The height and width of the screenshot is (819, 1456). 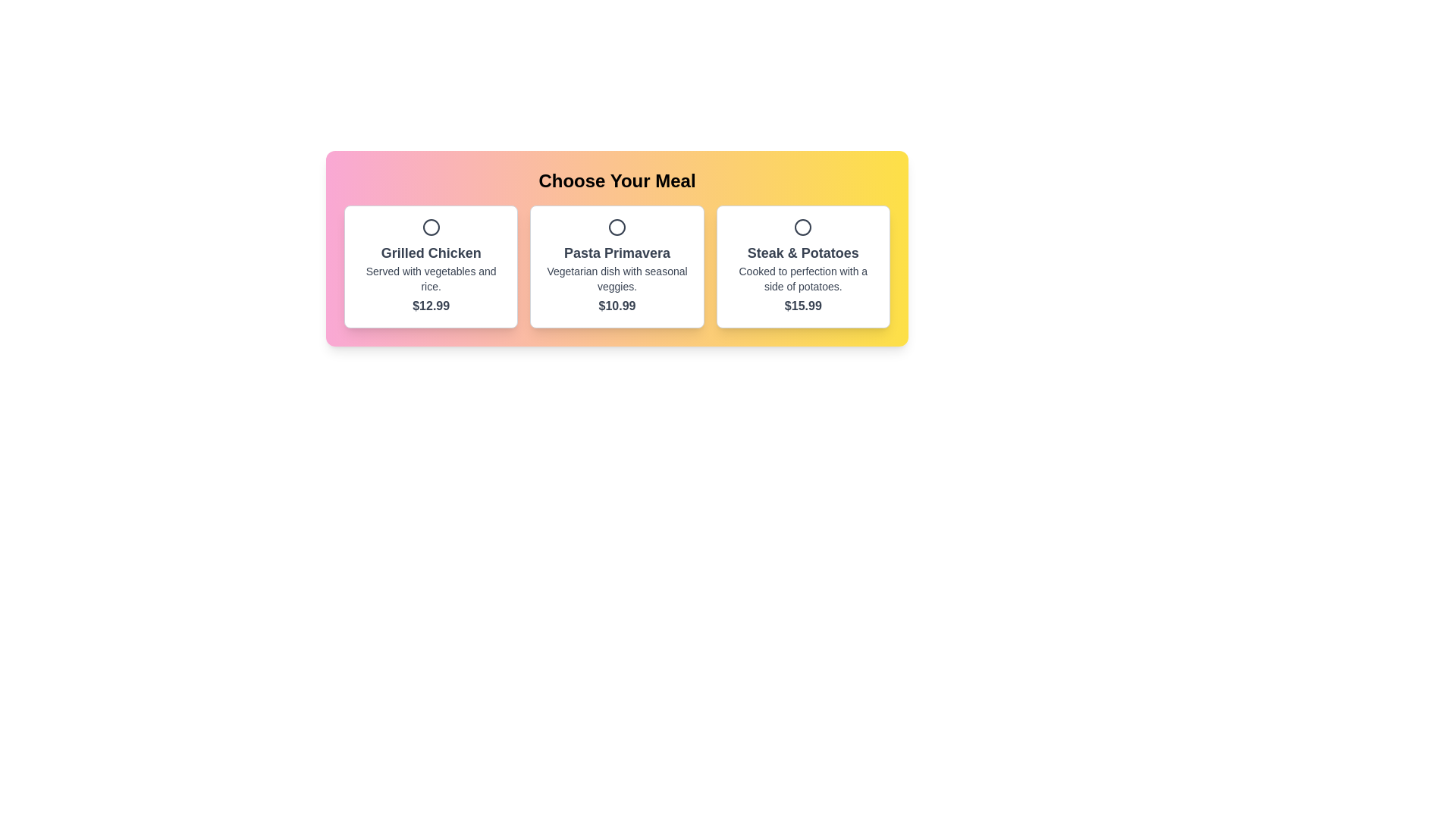 What do you see at coordinates (617, 278) in the screenshot?
I see `the Text Label that describes the dish 'Pasta Primavera', located in the middle card segment under the main title 'Choose Your Meal'` at bounding box center [617, 278].